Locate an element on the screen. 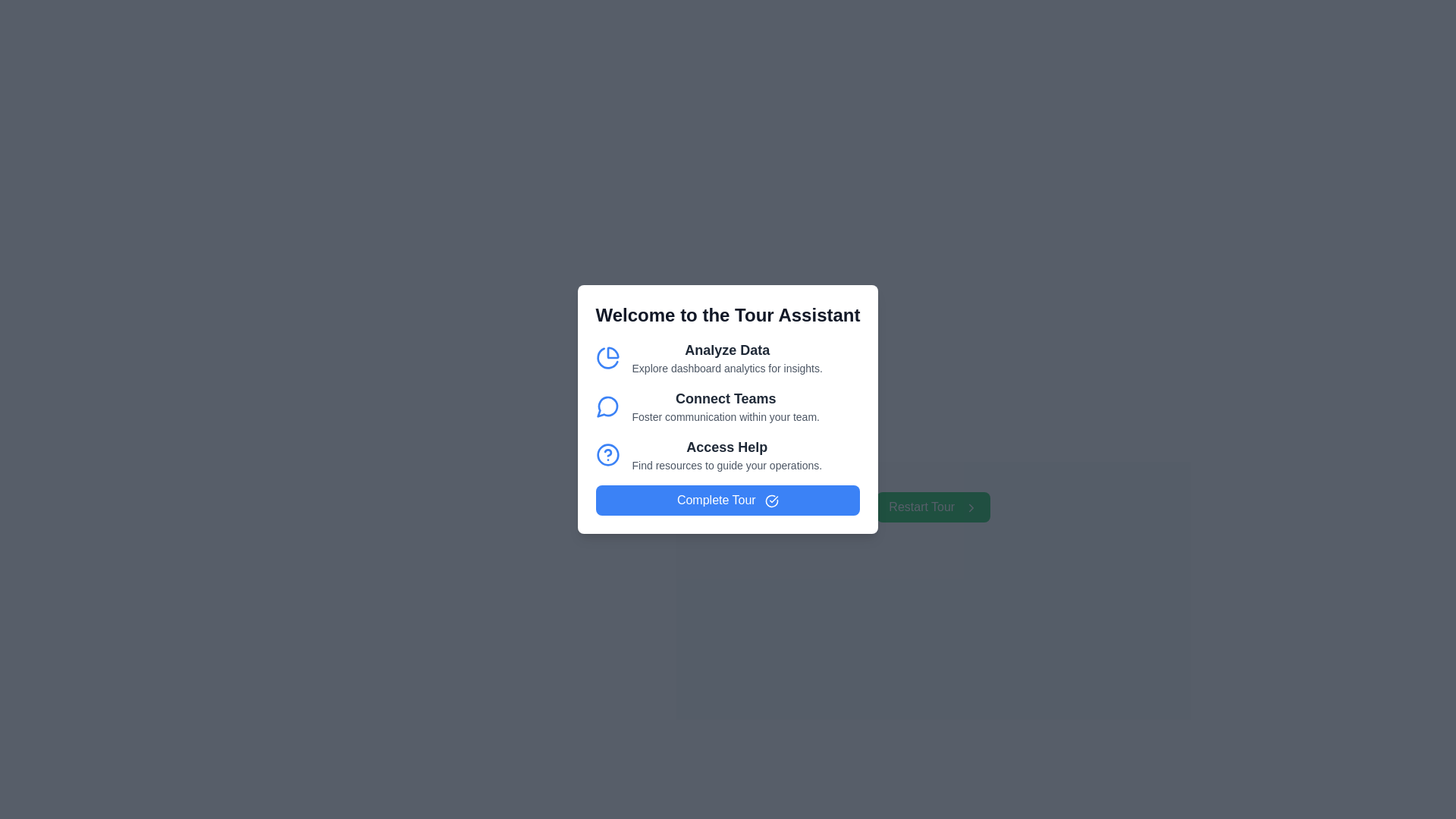 This screenshot has width=1456, height=819. the pie chart icon segment located to the left of the 'Analyze Data' text in the modal interface is located at coordinates (613, 353).